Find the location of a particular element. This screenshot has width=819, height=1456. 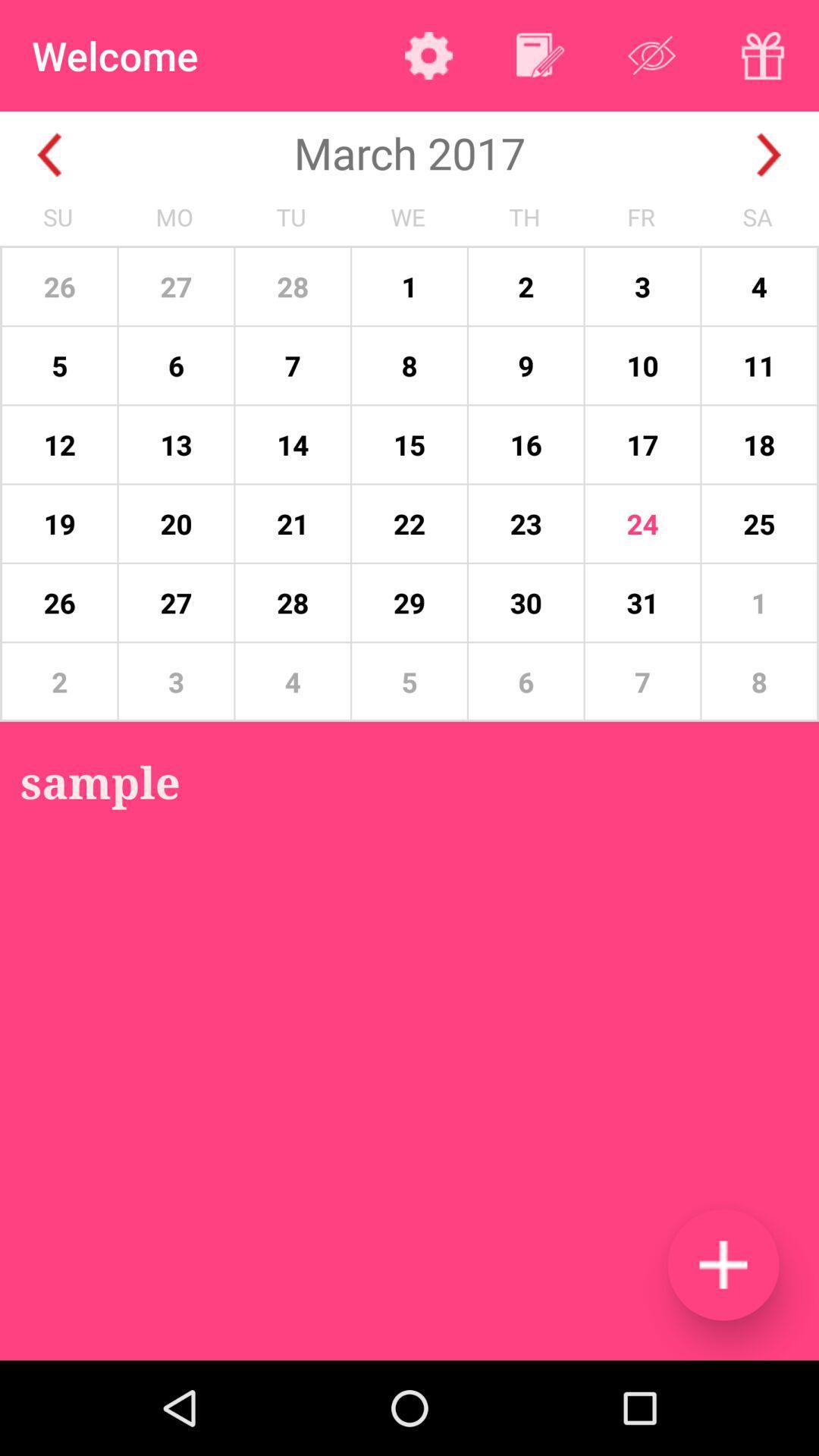

previous month is located at coordinates (49, 155).